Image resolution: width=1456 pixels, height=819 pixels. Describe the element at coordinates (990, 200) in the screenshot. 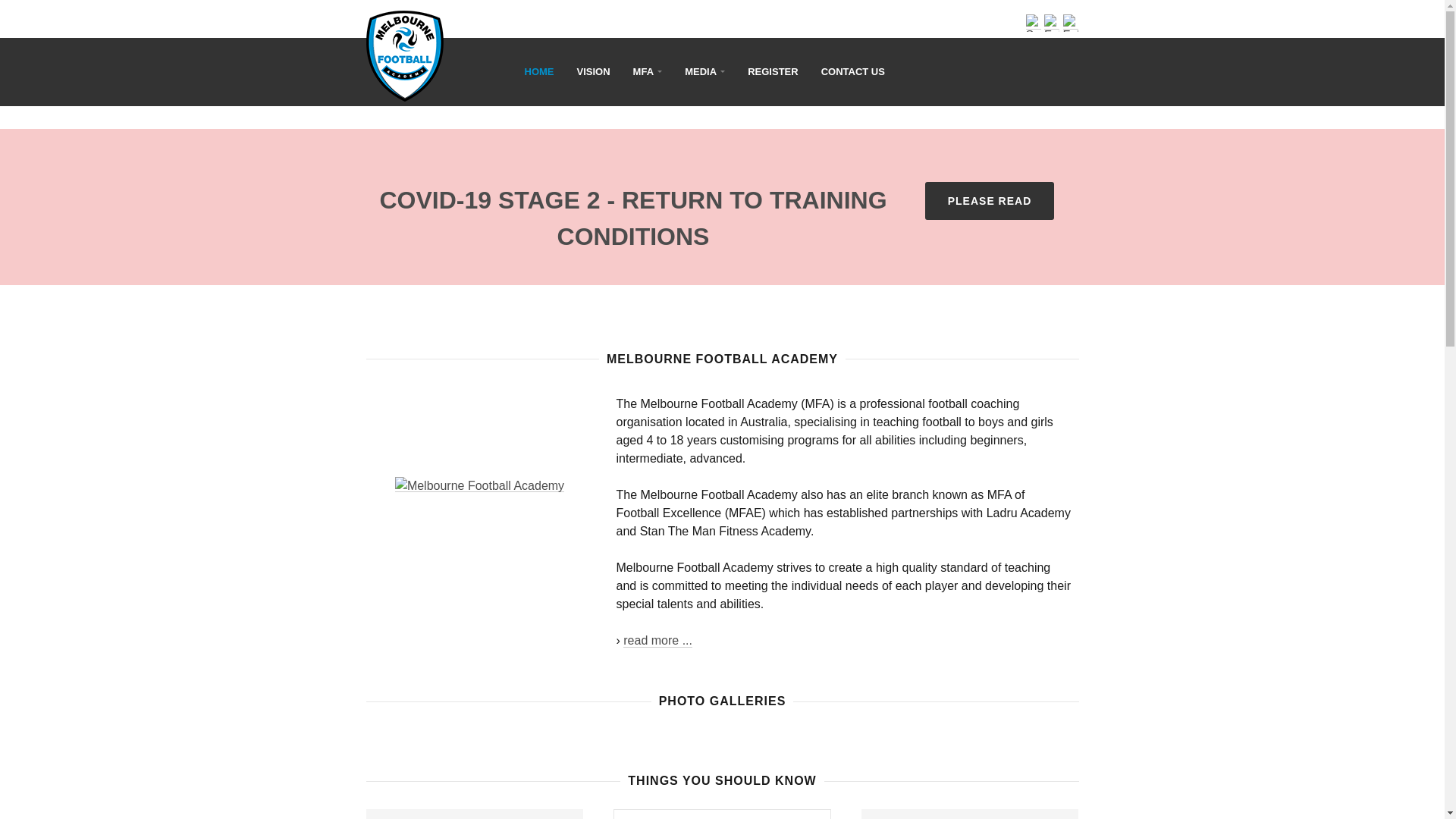

I see `'PLEASE READ'` at that location.